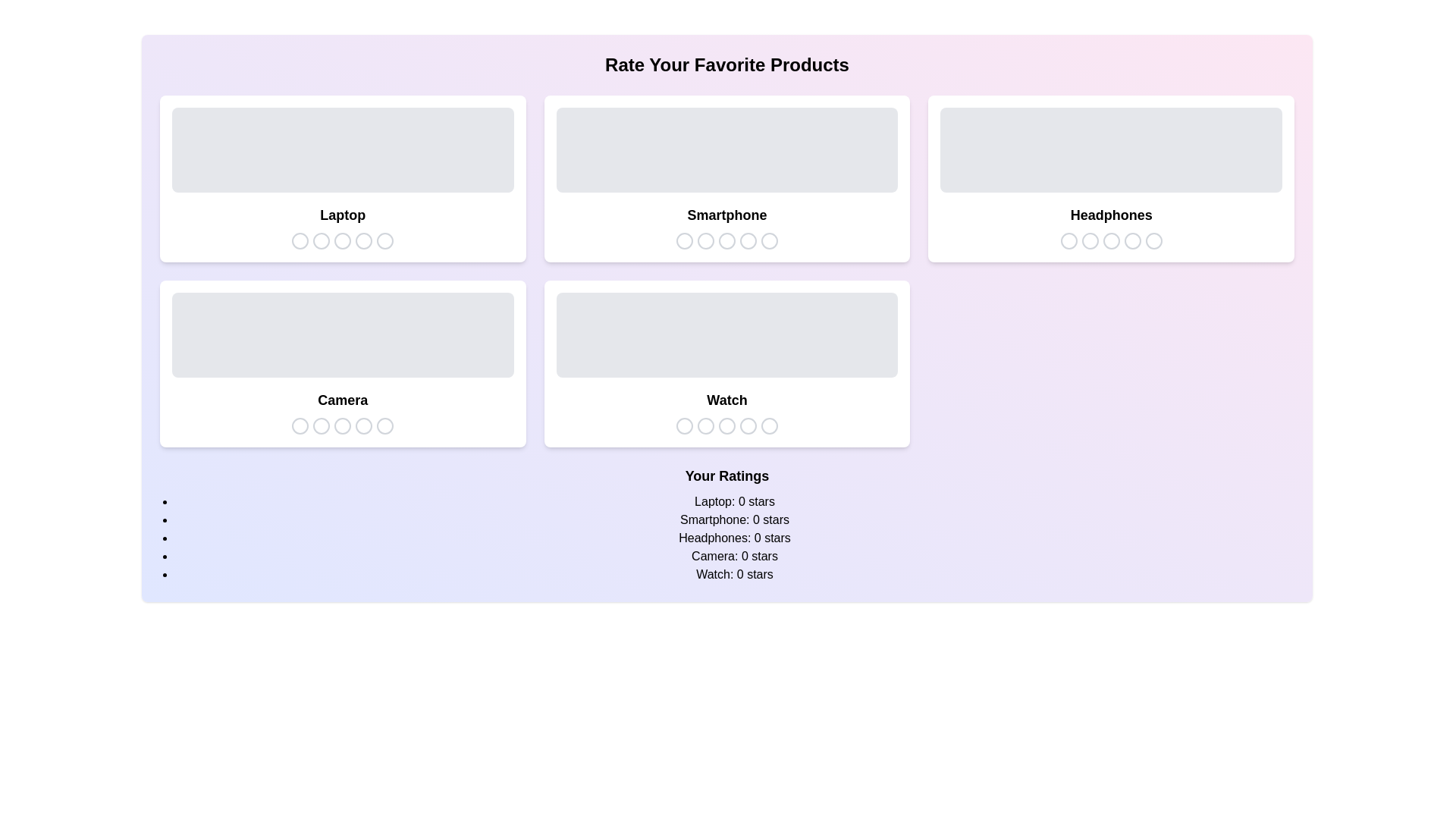 Image resolution: width=1456 pixels, height=819 pixels. Describe the element at coordinates (300, 426) in the screenshot. I see `the star icon corresponding to 1 stars for the product Camera` at that location.